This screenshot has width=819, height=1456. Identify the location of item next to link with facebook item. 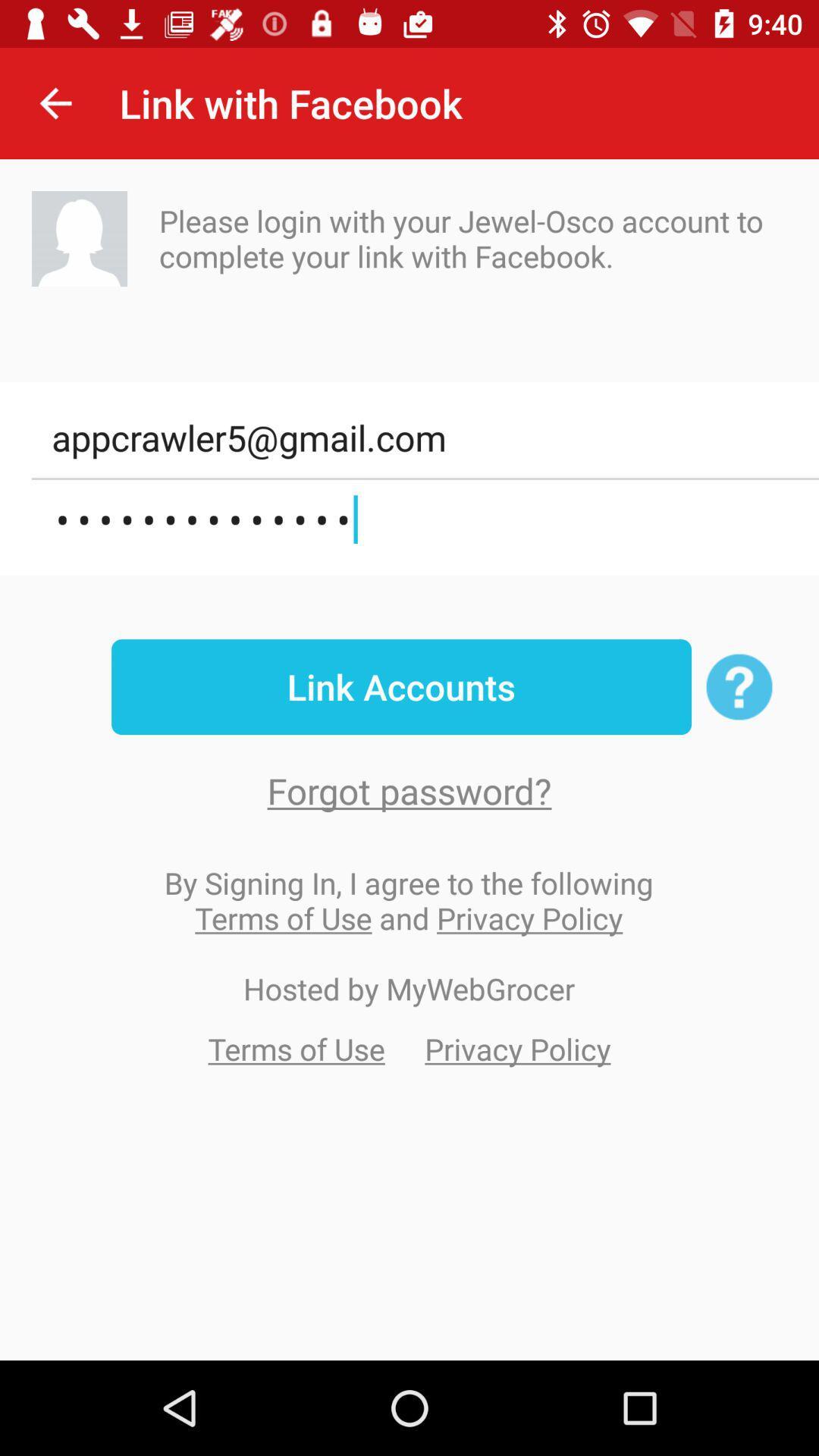
(55, 102).